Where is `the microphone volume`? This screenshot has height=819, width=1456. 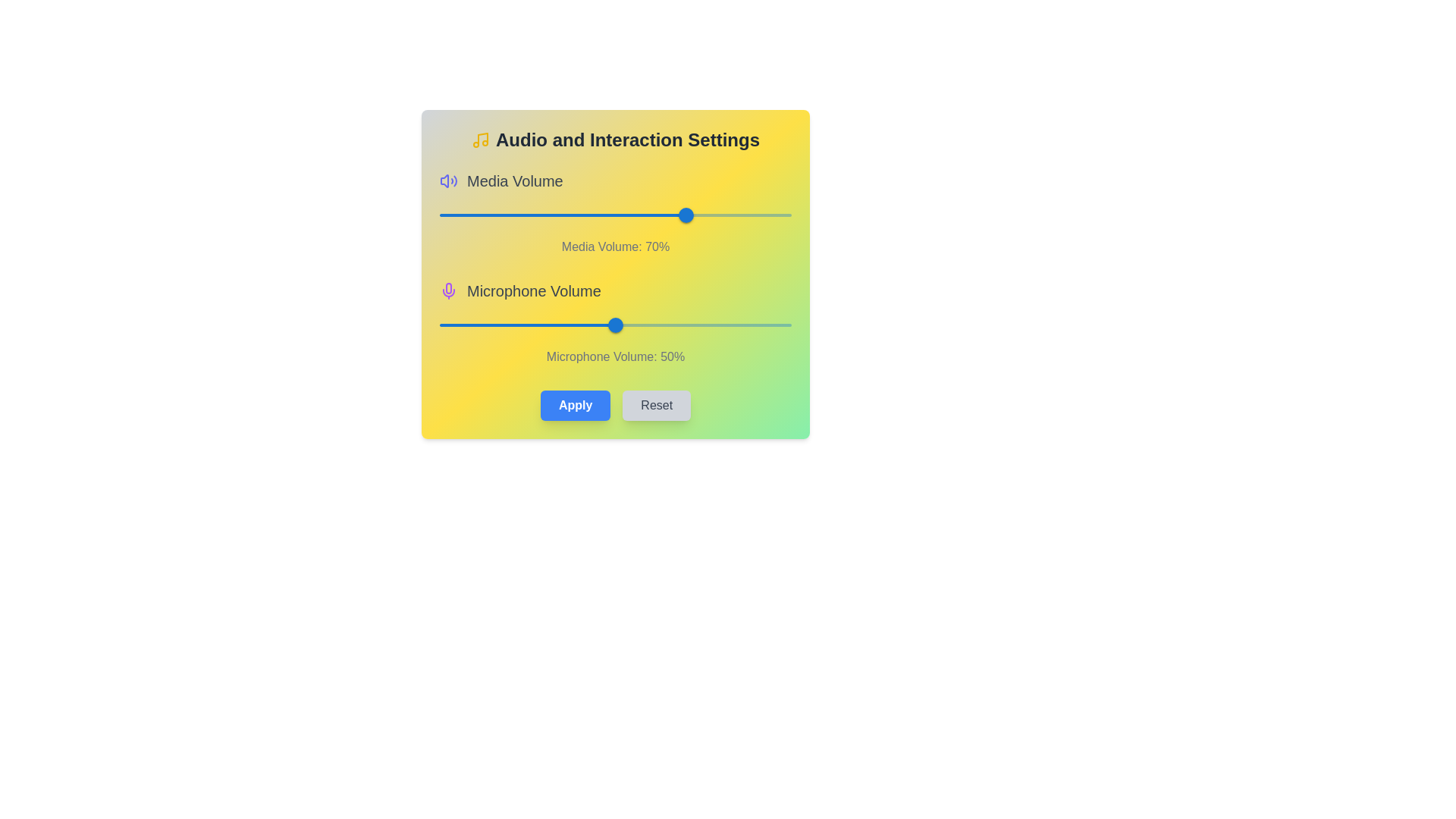
the microphone volume is located at coordinates (442, 324).